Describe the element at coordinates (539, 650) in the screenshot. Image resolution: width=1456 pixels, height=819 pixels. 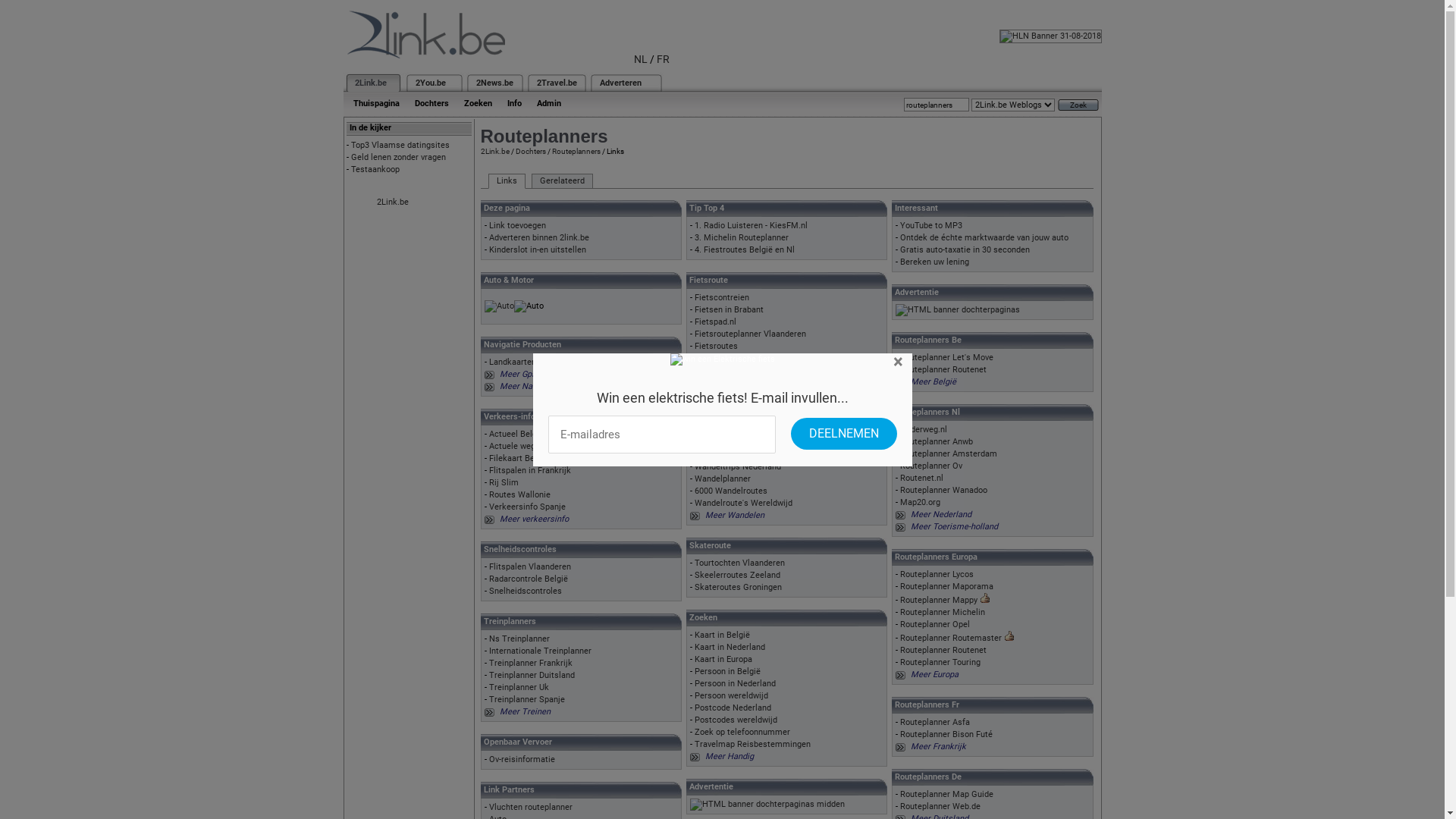
I see `'Internationale Treinplanner'` at that location.